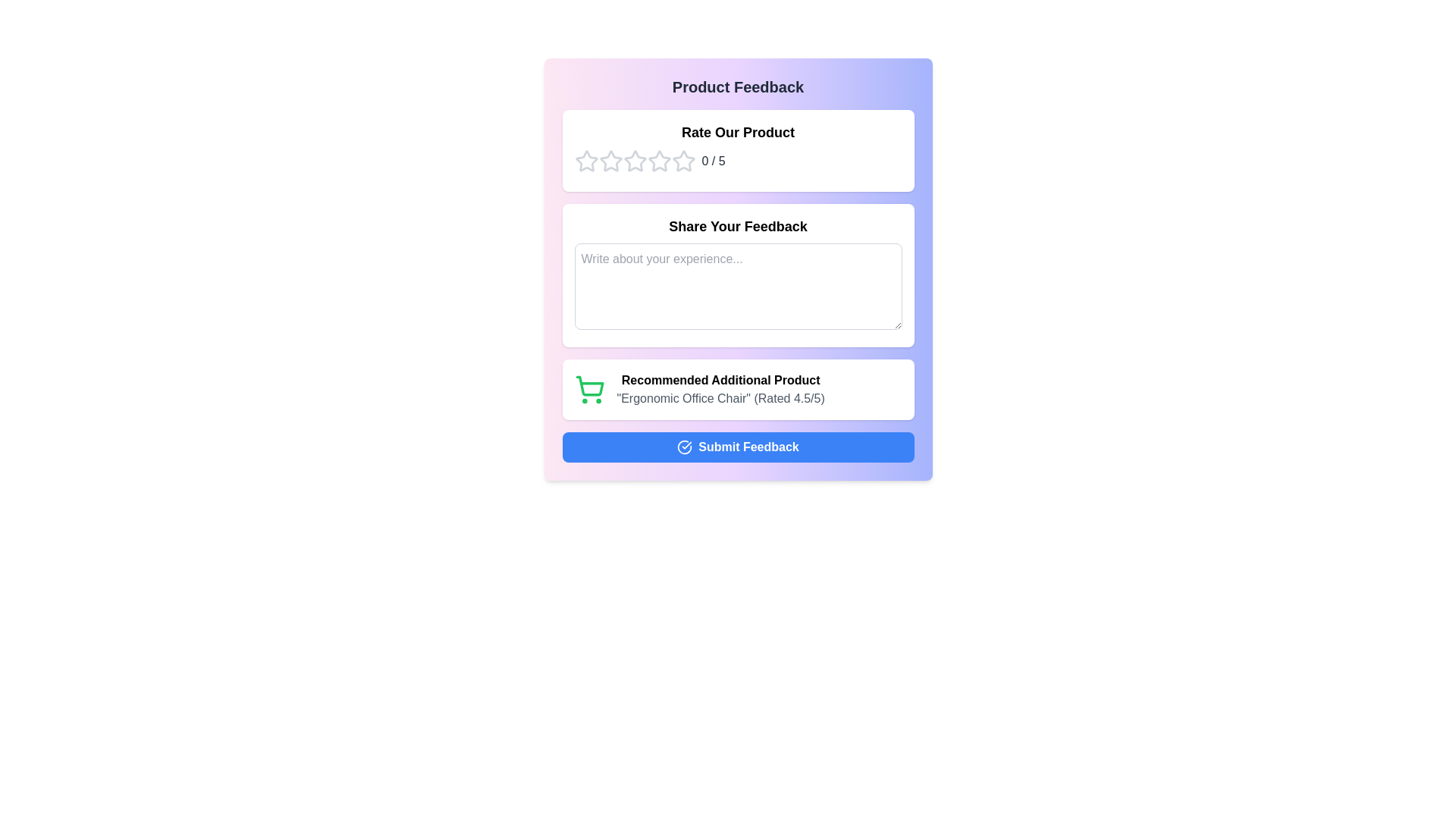 Image resolution: width=1456 pixels, height=819 pixels. I want to click on the informational text displaying the current rating out of 5, located to the right of the star icons in the 'Rate Our Product' section at the top of the interface, so click(712, 161).